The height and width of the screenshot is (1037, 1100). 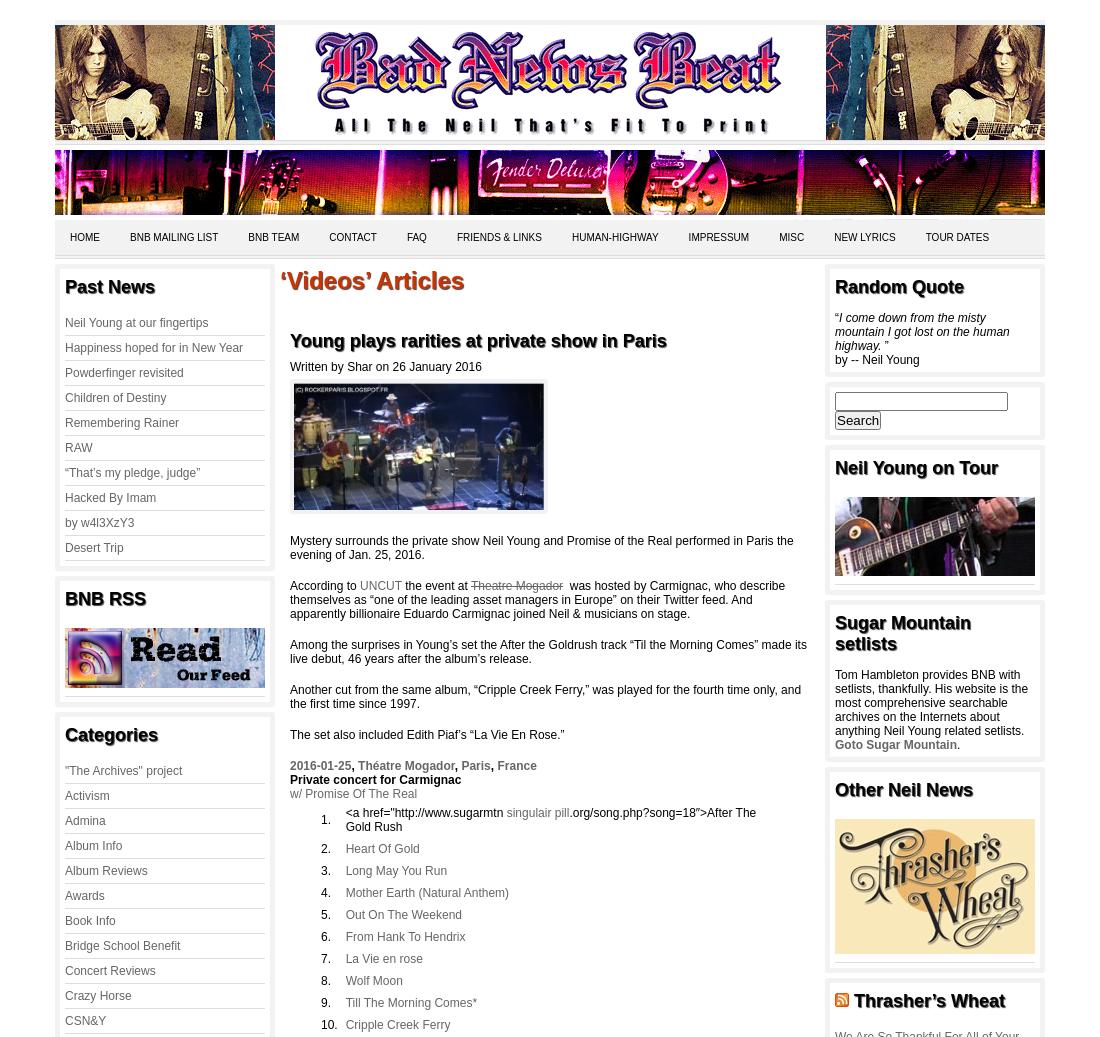 What do you see at coordinates (406, 766) in the screenshot?
I see `'Théatre Mogador'` at bounding box center [406, 766].